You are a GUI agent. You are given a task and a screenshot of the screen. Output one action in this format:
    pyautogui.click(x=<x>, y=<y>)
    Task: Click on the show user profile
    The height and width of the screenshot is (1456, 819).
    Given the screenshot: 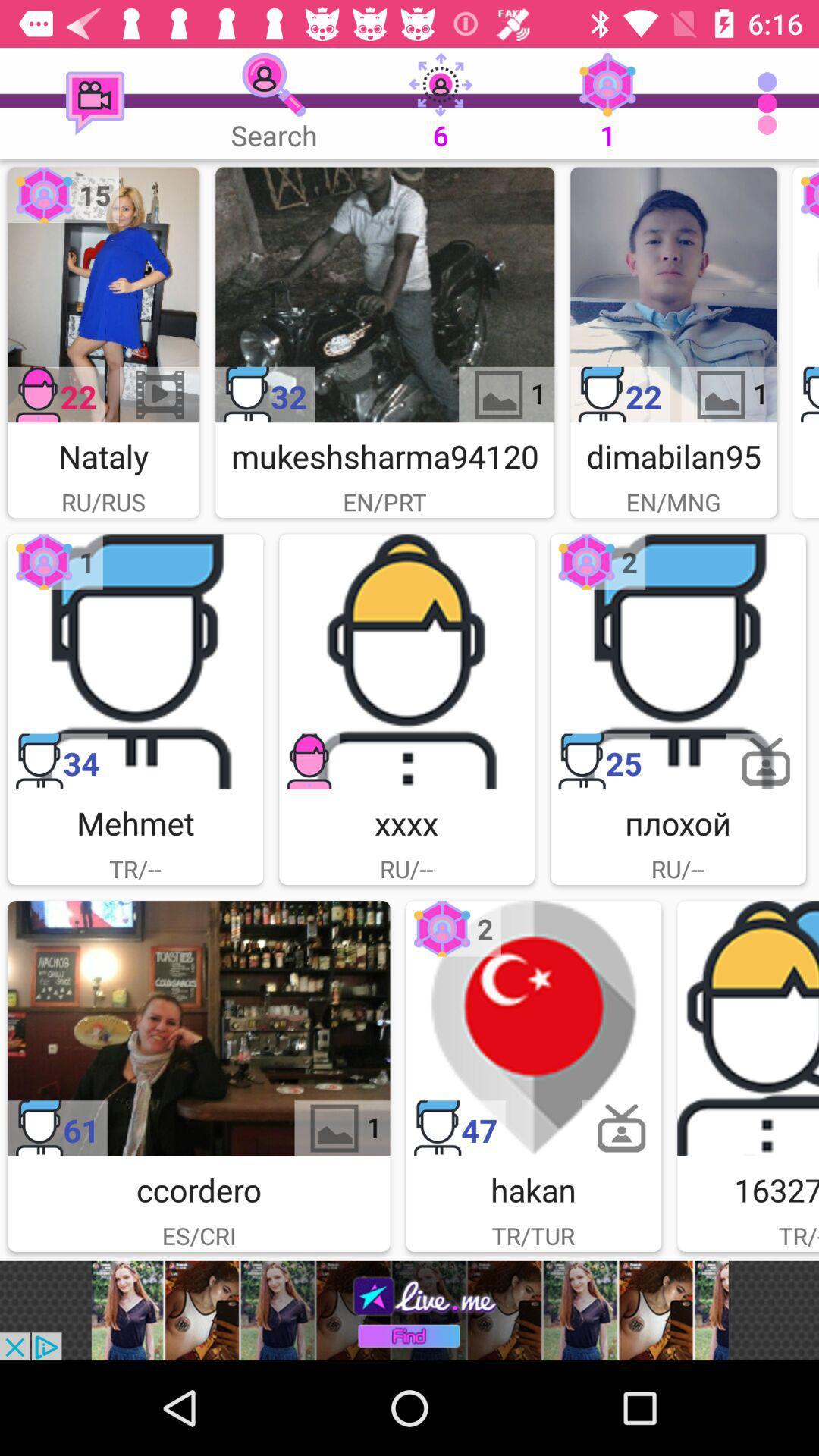 What is the action you would take?
    pyautogui.click(x=384, y=294)
    